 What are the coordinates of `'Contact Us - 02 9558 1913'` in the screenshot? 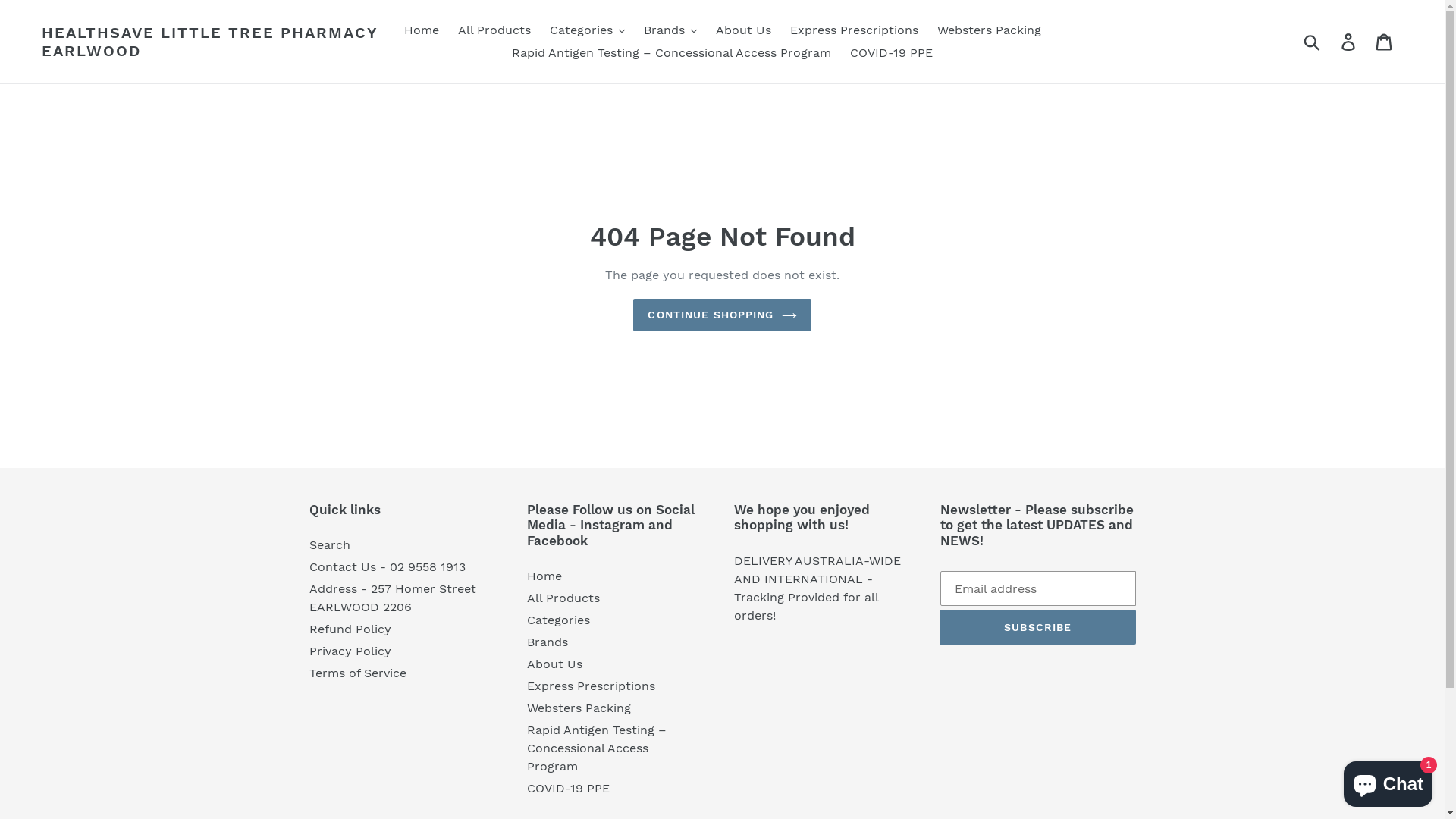 It's located at (387, 566).